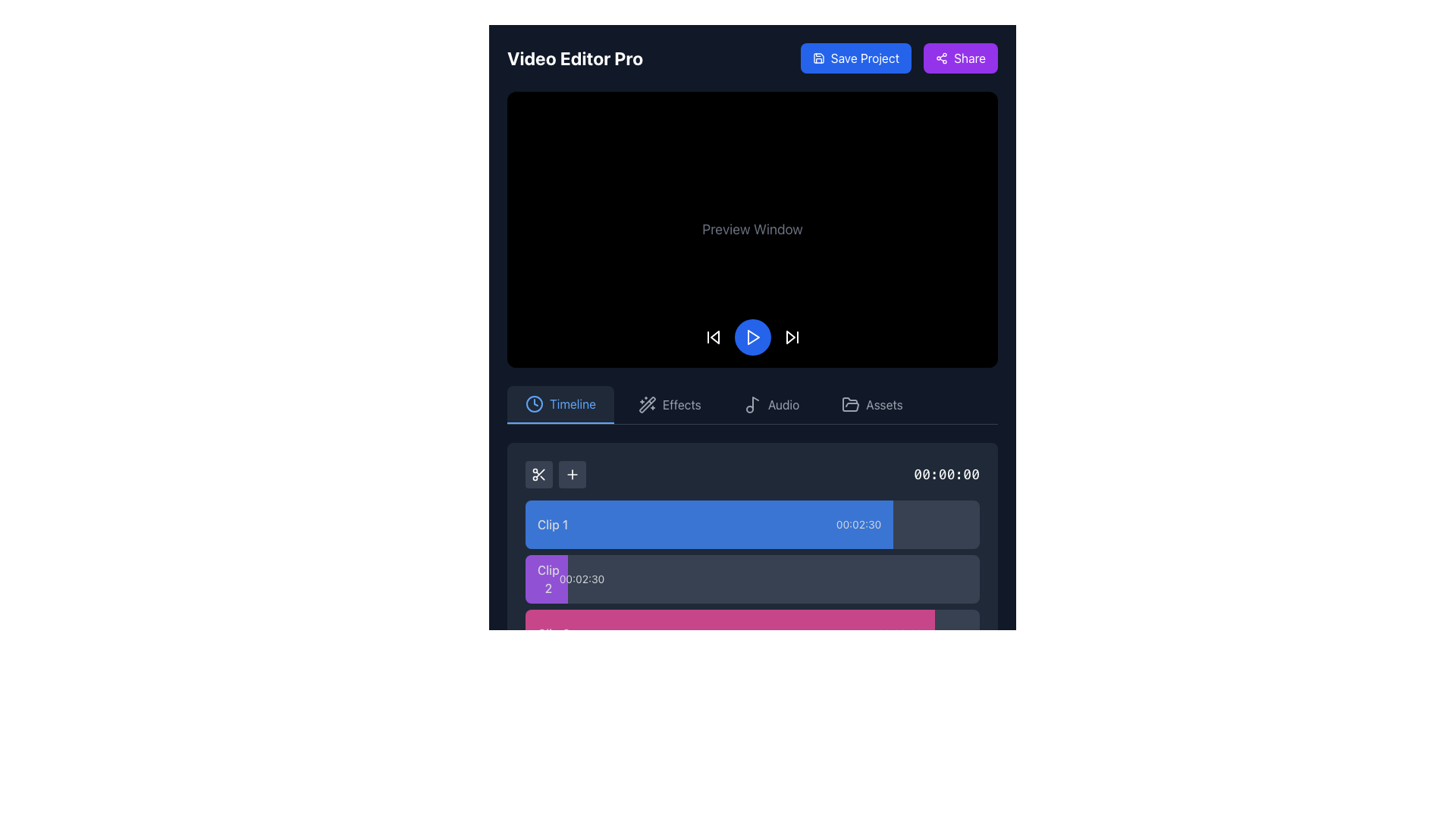 The width and height of the screenshot is (1456, 819). Describe the element at coordinates (753, 336) in the screenshot. I see `the 'Play' button icon located at the center of the interface below the preview section` at that location.